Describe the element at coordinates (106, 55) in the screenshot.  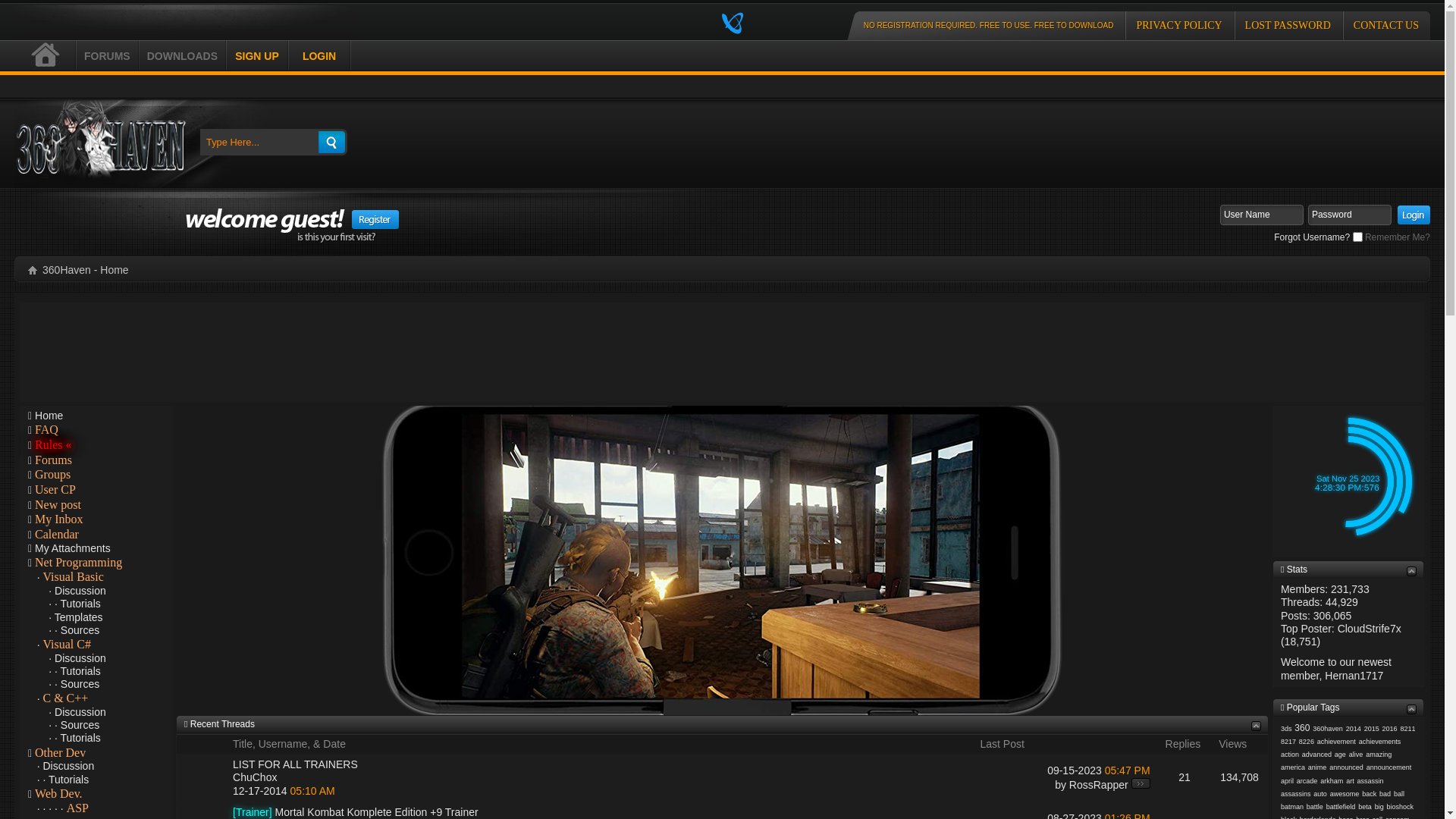
I see `'FORUMS'` at that location.